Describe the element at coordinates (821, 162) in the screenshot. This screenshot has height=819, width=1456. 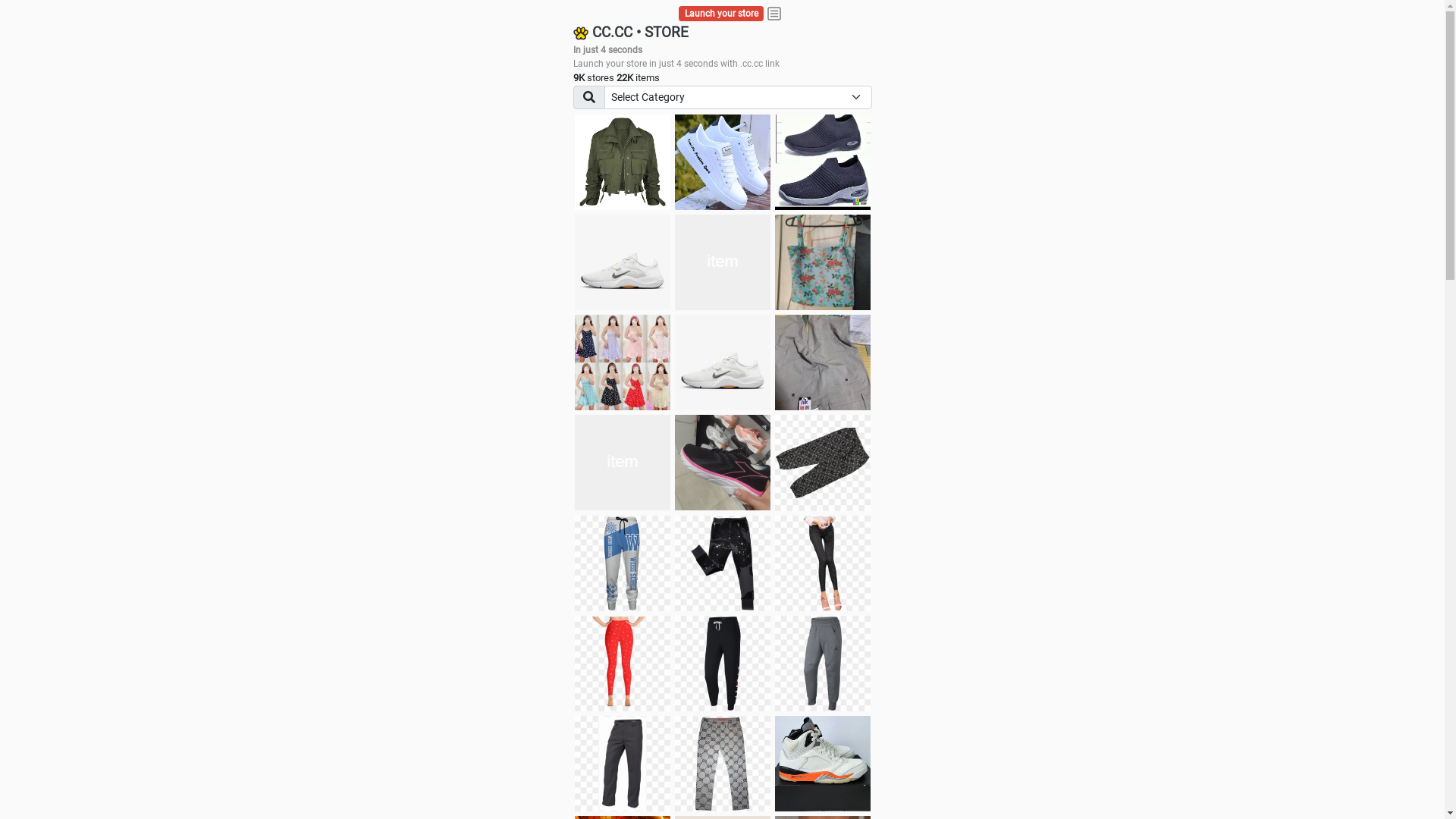
I see `'shoes for boys'` at that location.